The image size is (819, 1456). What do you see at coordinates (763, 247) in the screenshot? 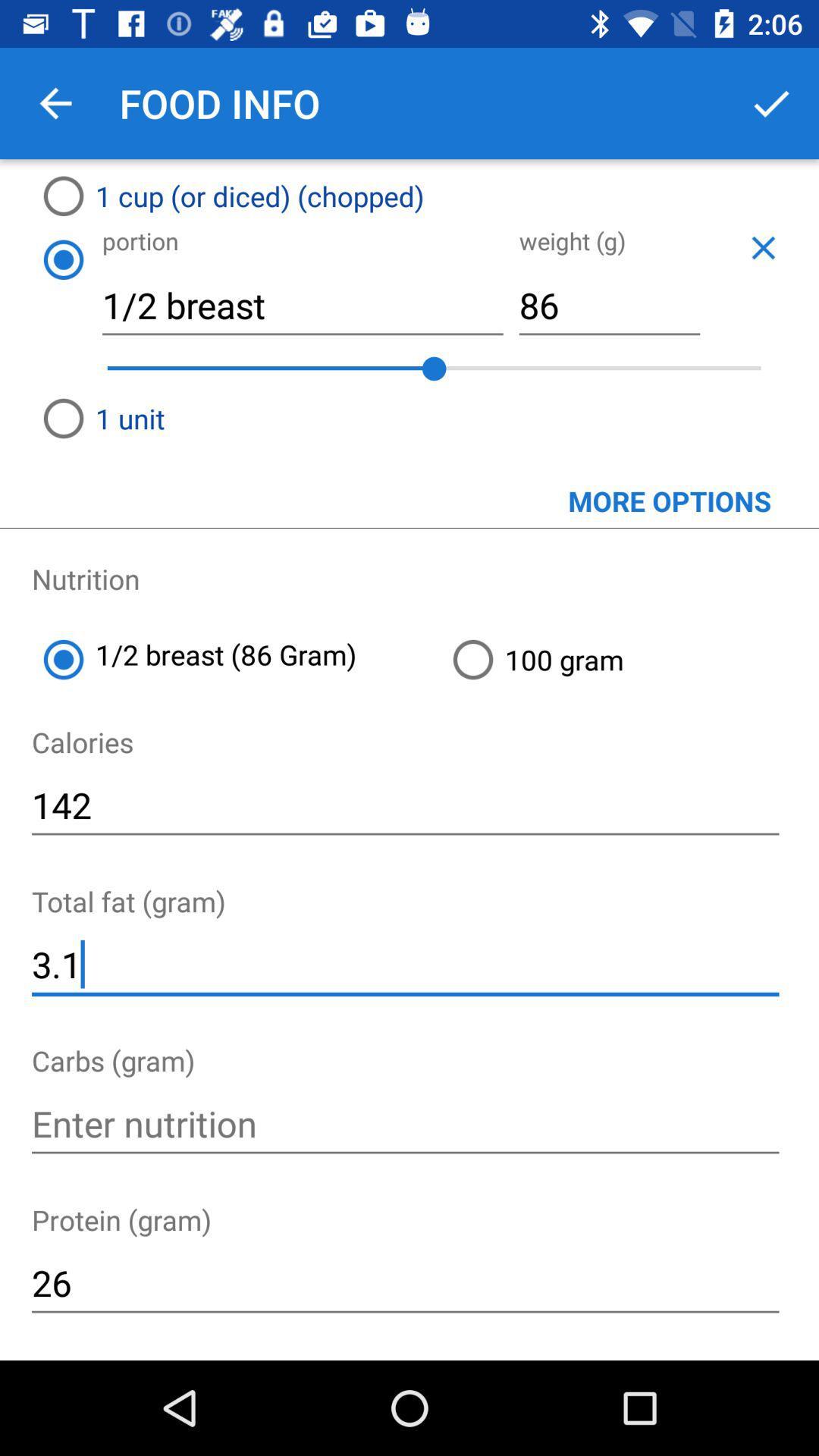
I see `close` at bounding box center [763, 247].